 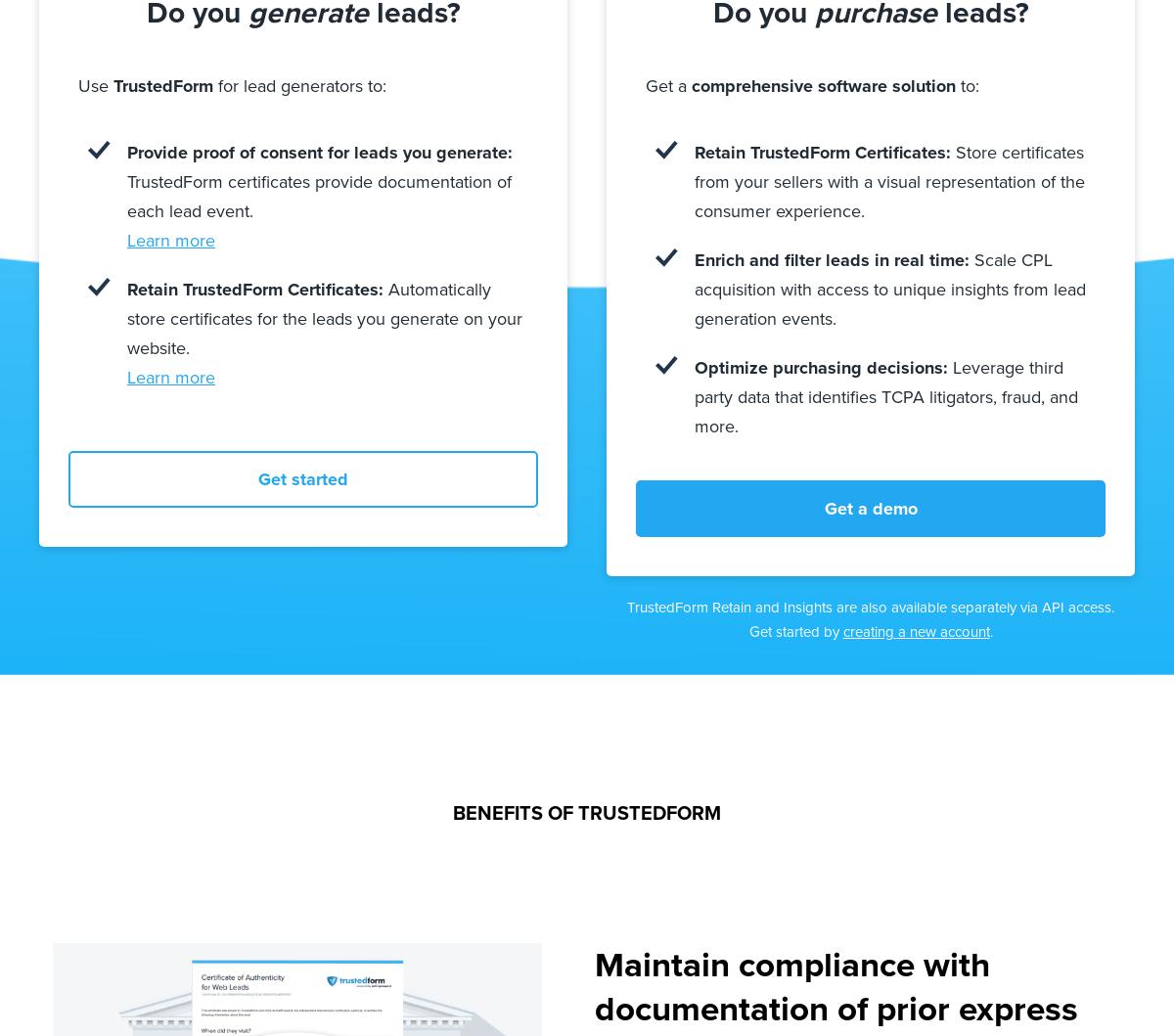 I want to click on 'Get a', so click(x=668, y=85).